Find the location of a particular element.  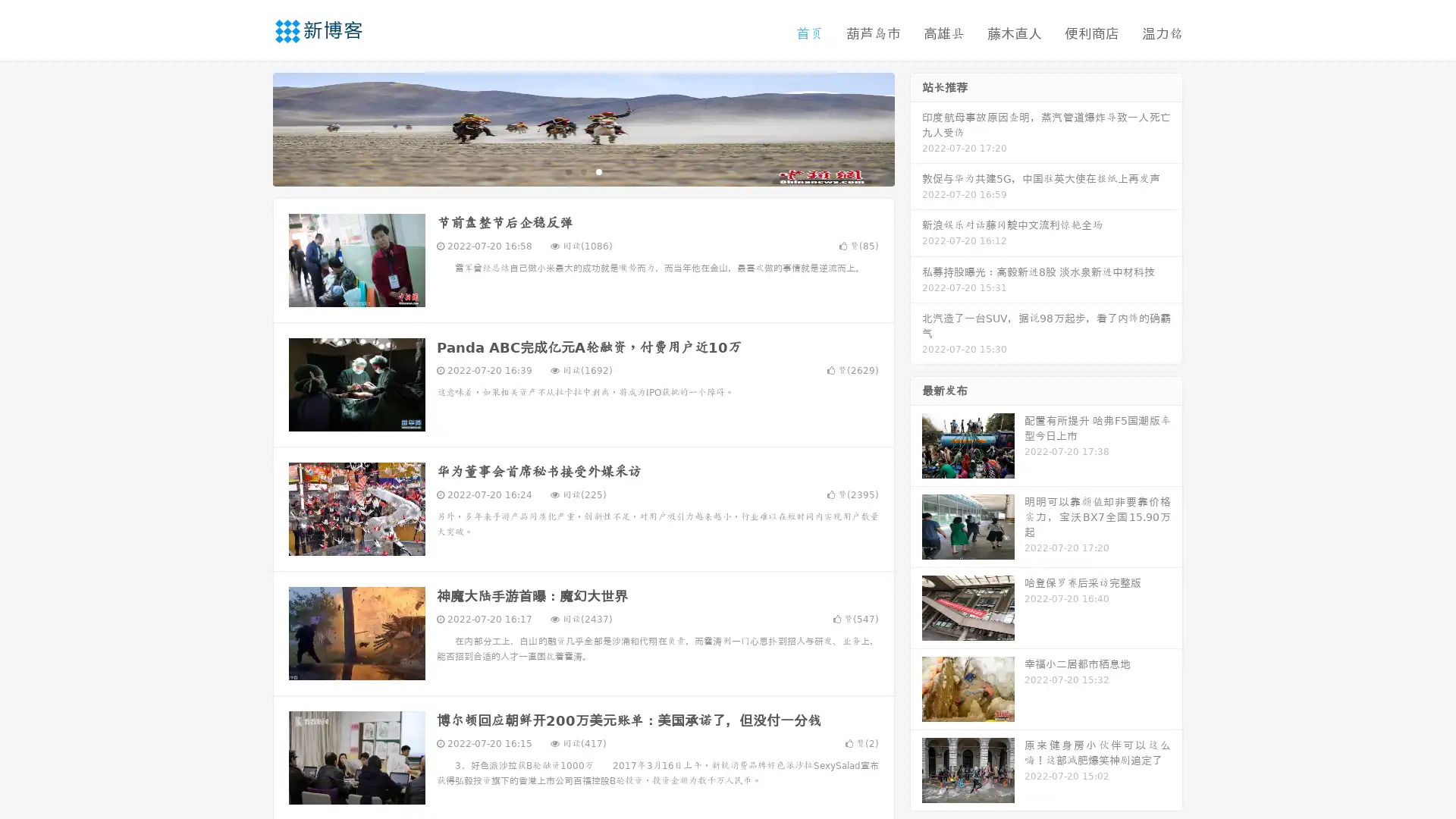

Next slide is located at coordinates (916, 127).